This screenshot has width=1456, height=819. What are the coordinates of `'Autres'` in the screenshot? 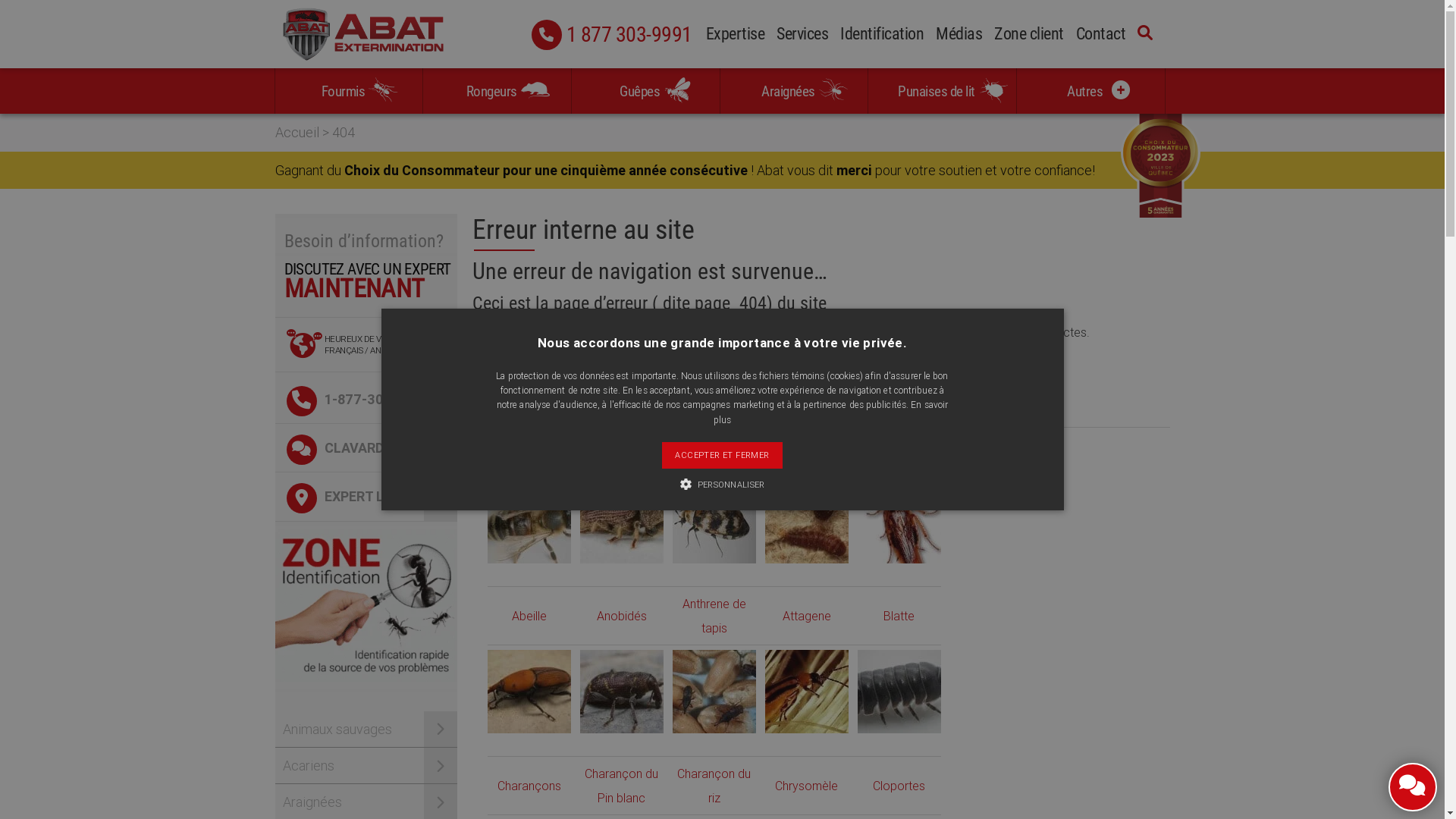 It's located at (1090, 90).